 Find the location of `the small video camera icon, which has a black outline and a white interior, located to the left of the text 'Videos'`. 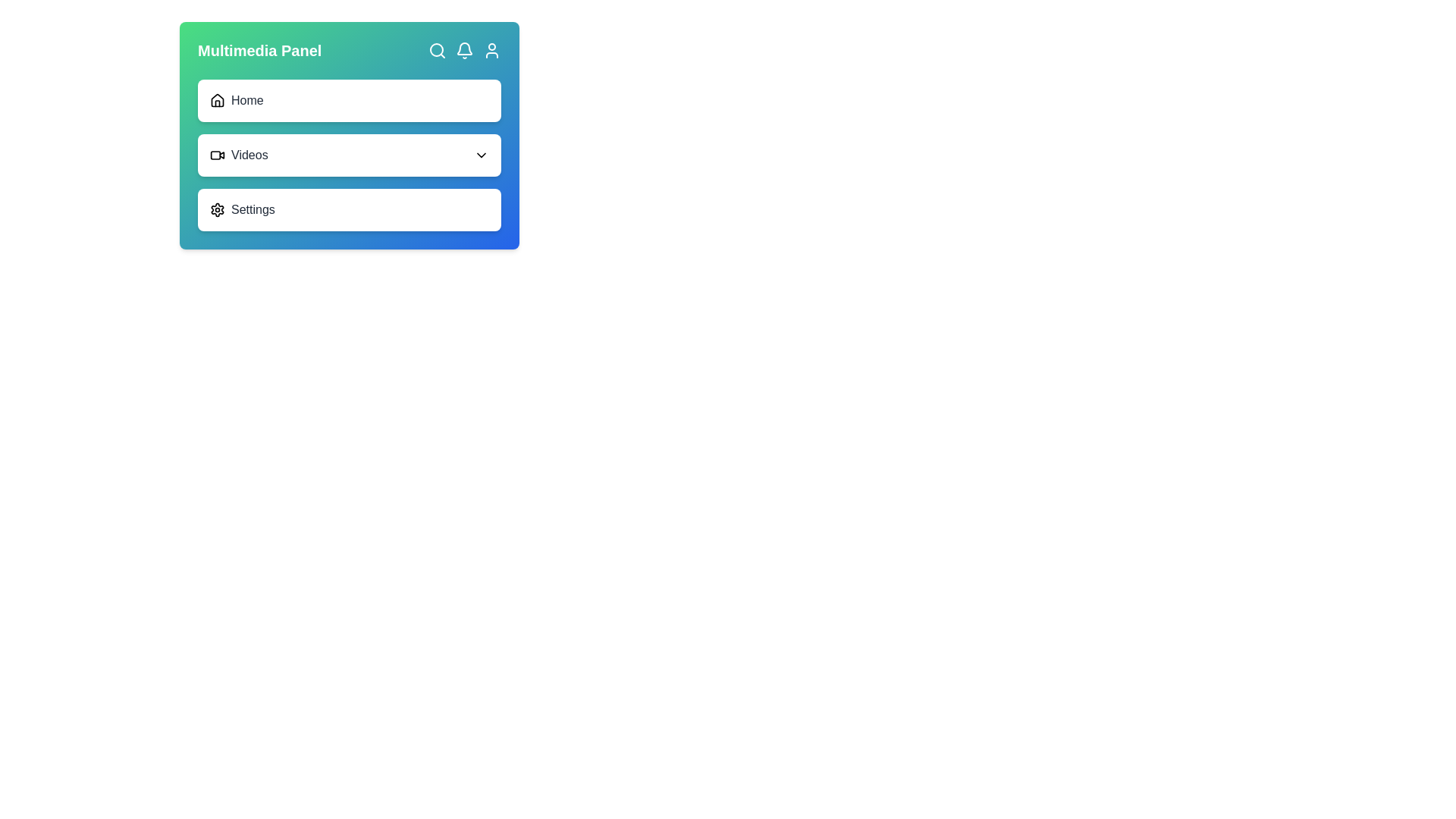

the small video camera icon, which has a black outline and a white interior, located to the left of the text 'Videos' is located at coordinates (217, 155).